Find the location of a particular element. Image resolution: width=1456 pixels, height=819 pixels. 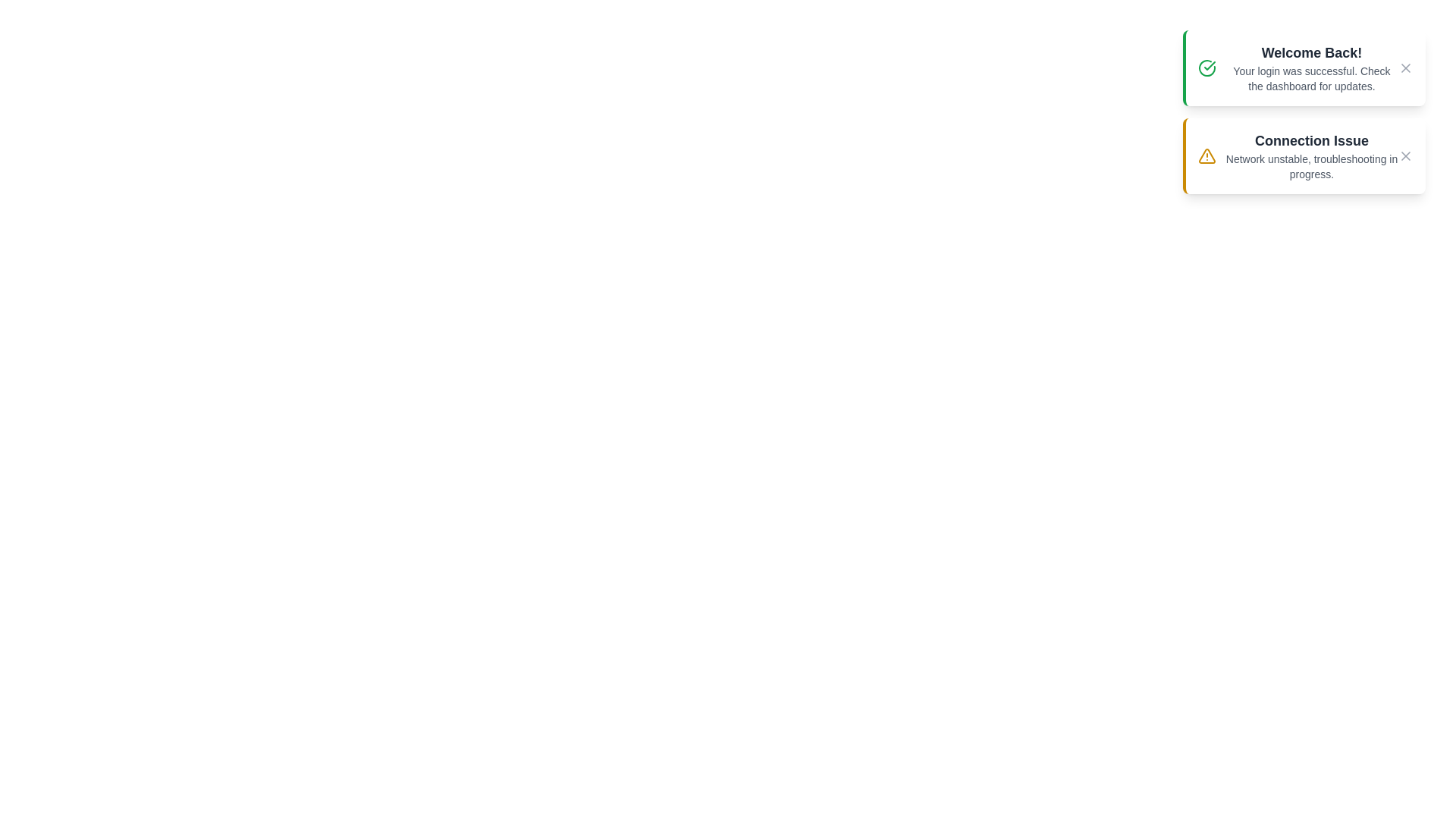

the notification area to trigger hover effects is located at coordinates (1303, 67).